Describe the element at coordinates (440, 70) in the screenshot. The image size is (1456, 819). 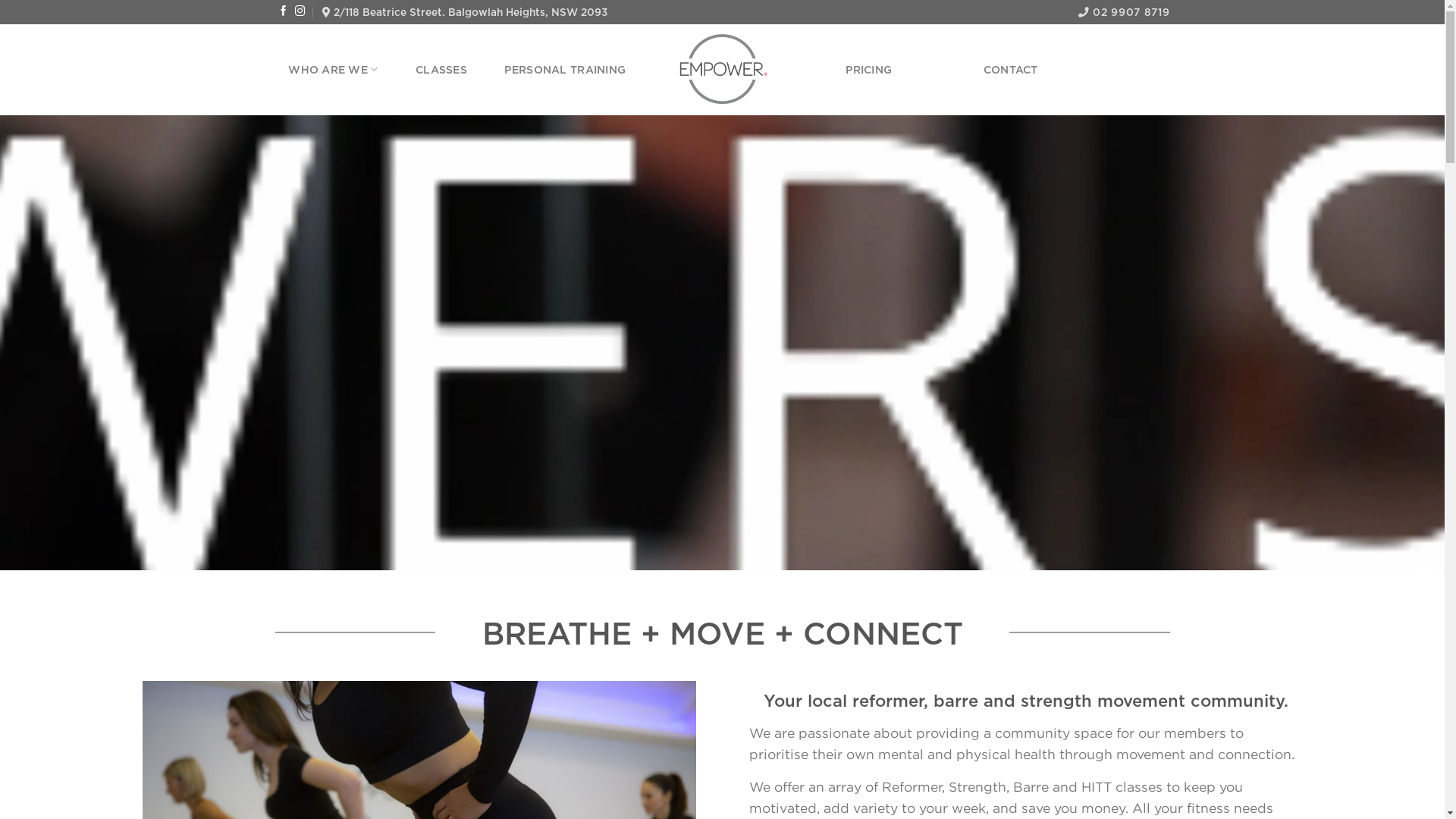
I see `'CLASSES'` at that location.